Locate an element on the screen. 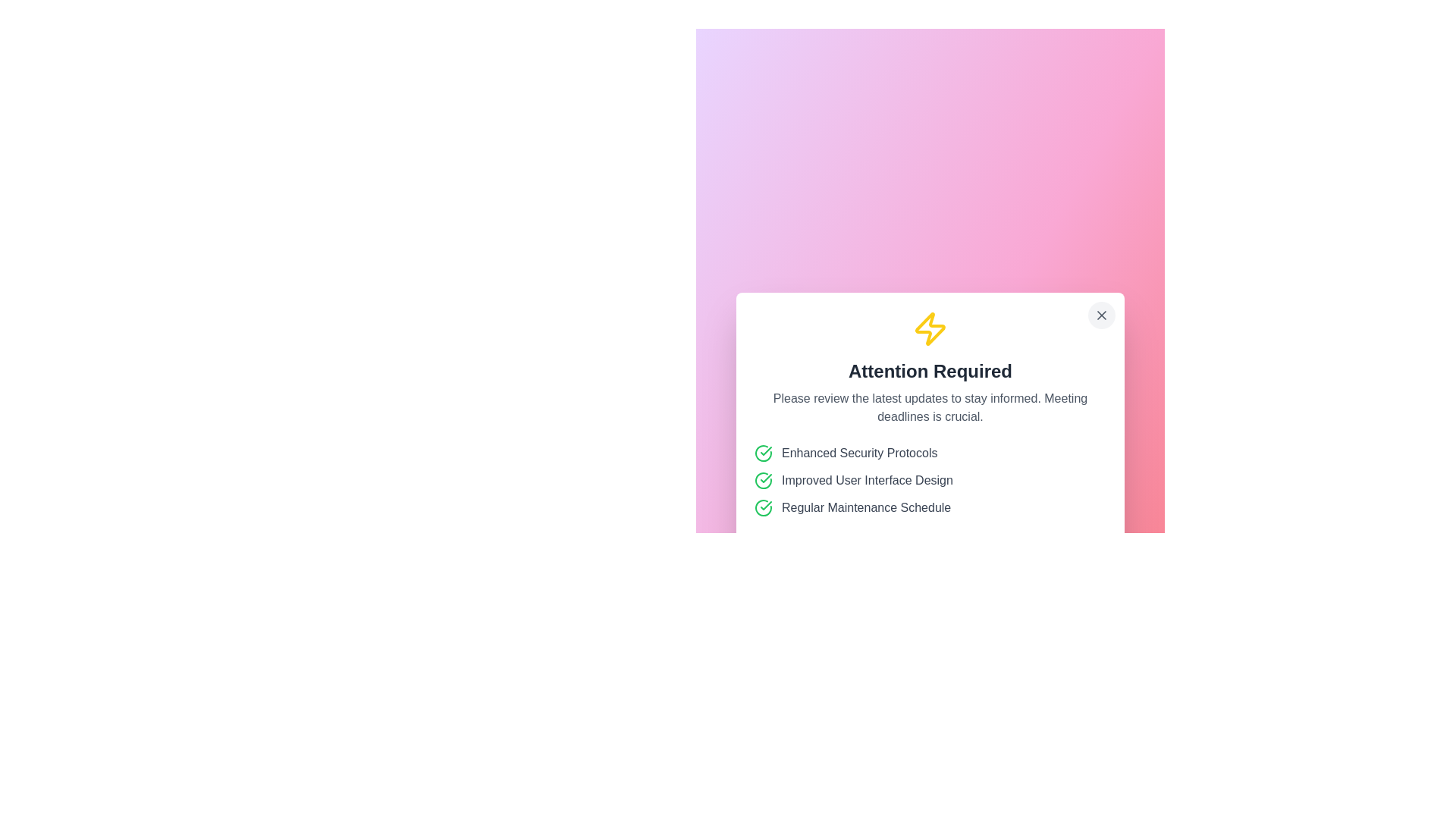 This screenshot has height=819, width=1456. icon or status indicator that signifies the completion of the 'Regular Maintenance Schedule' action for additional information is located at coordinates (764, 508).